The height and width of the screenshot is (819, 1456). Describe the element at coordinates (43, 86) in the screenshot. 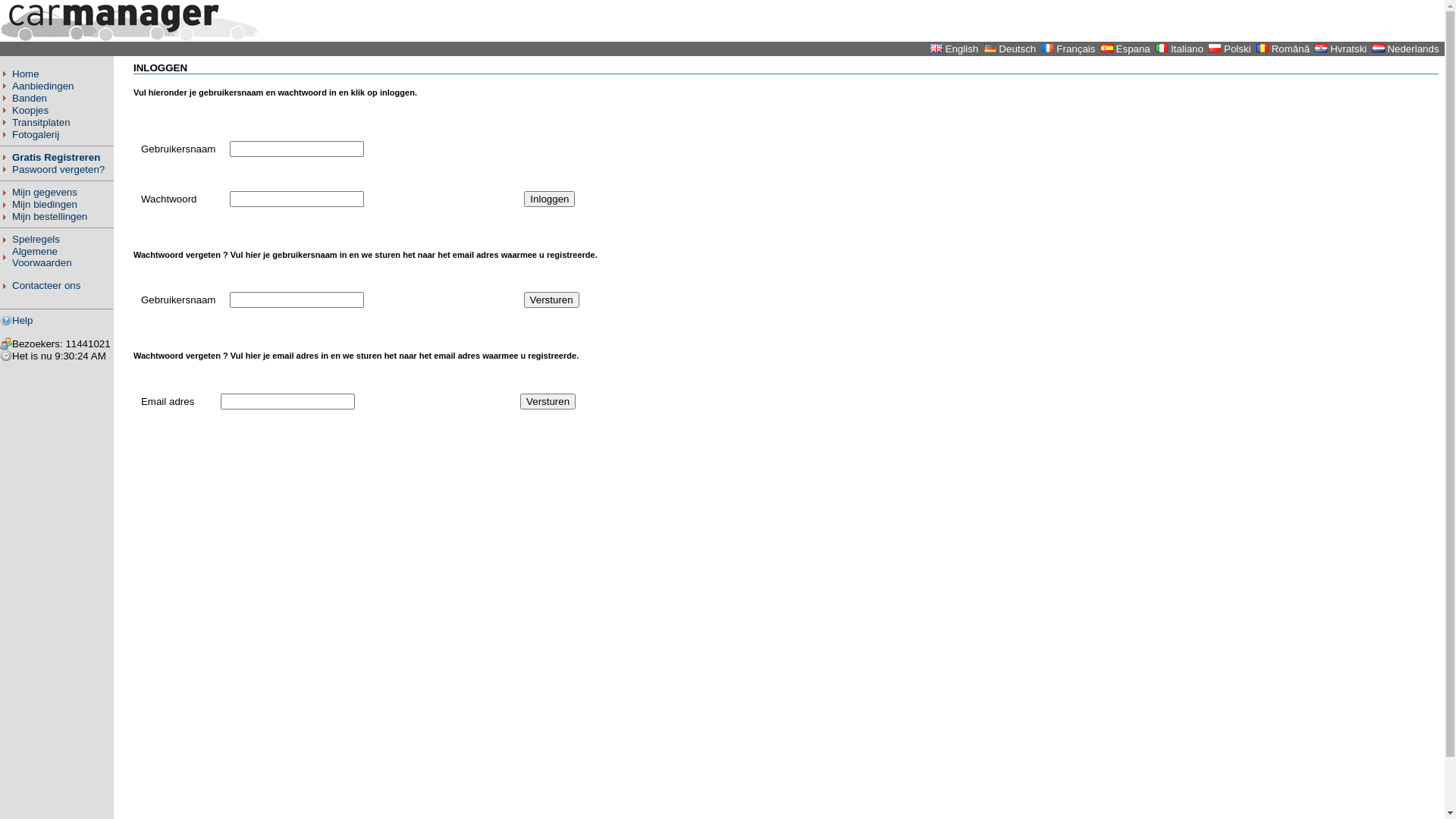

I see `'Aanbiedingen'` at that location.